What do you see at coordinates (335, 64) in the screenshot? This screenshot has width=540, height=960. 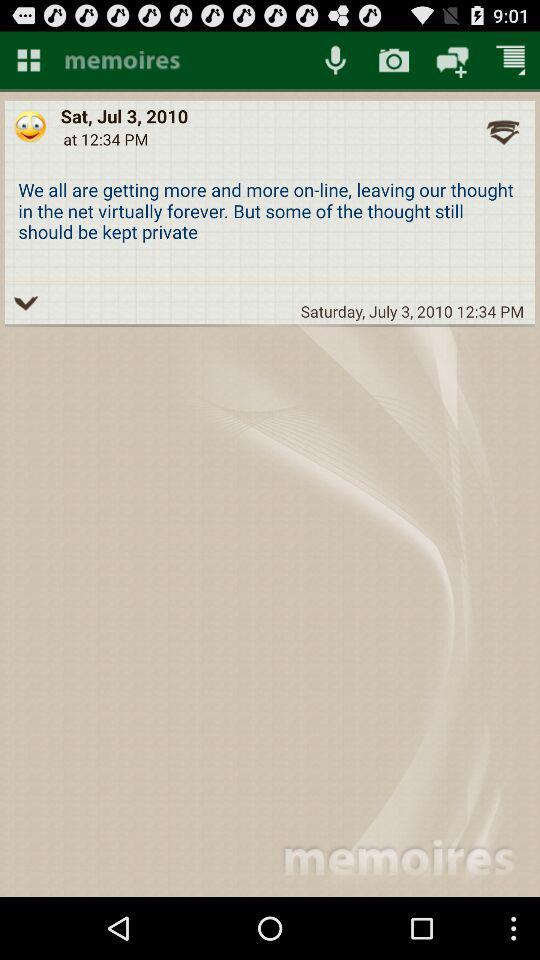 I see `the microphone icon` at bounding box center [335, 64].